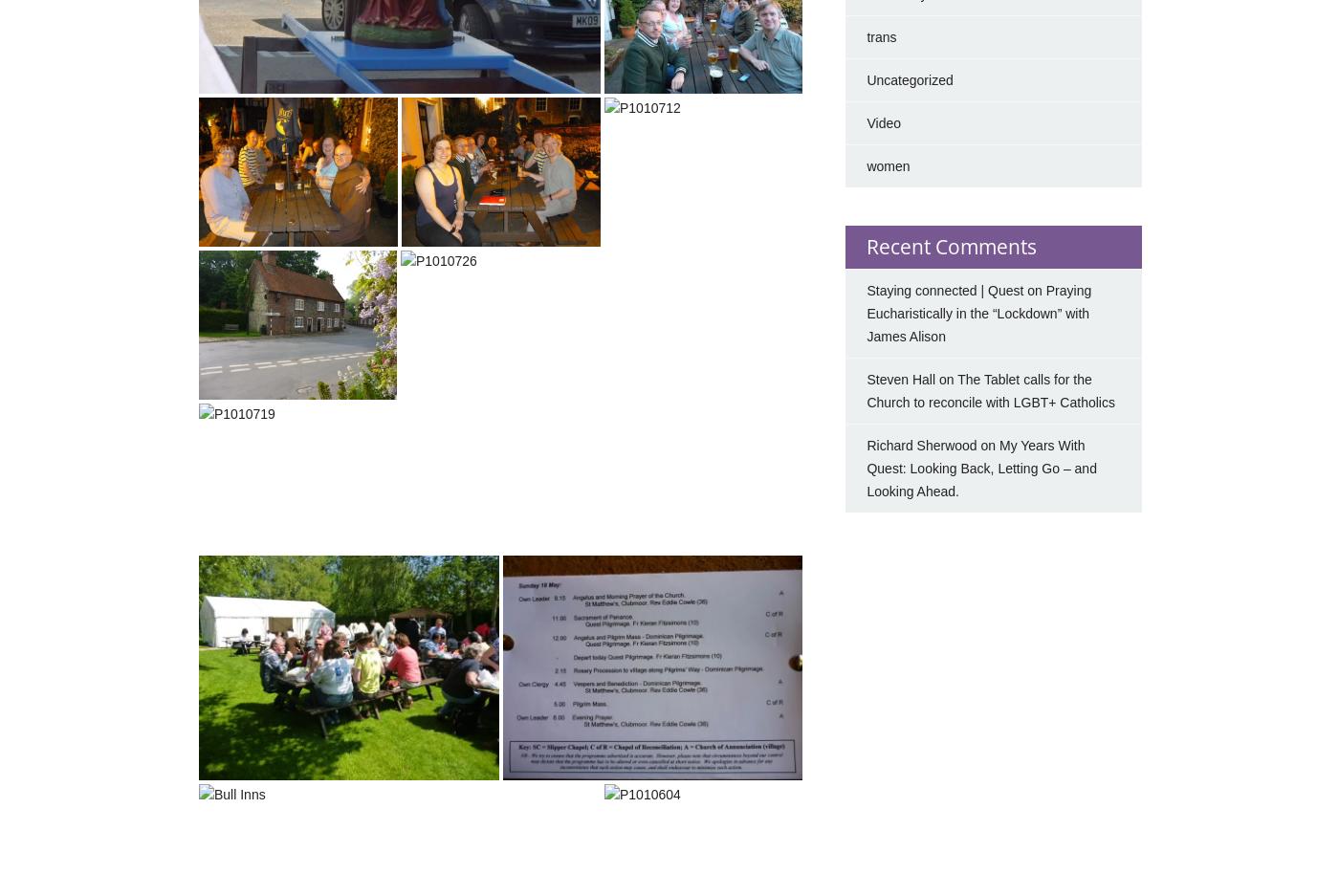 The width and height of the screenshot is (1339, 896). Describe the element at coordinates (866, 36) in the screenshot. I see `'trans'` at that location.